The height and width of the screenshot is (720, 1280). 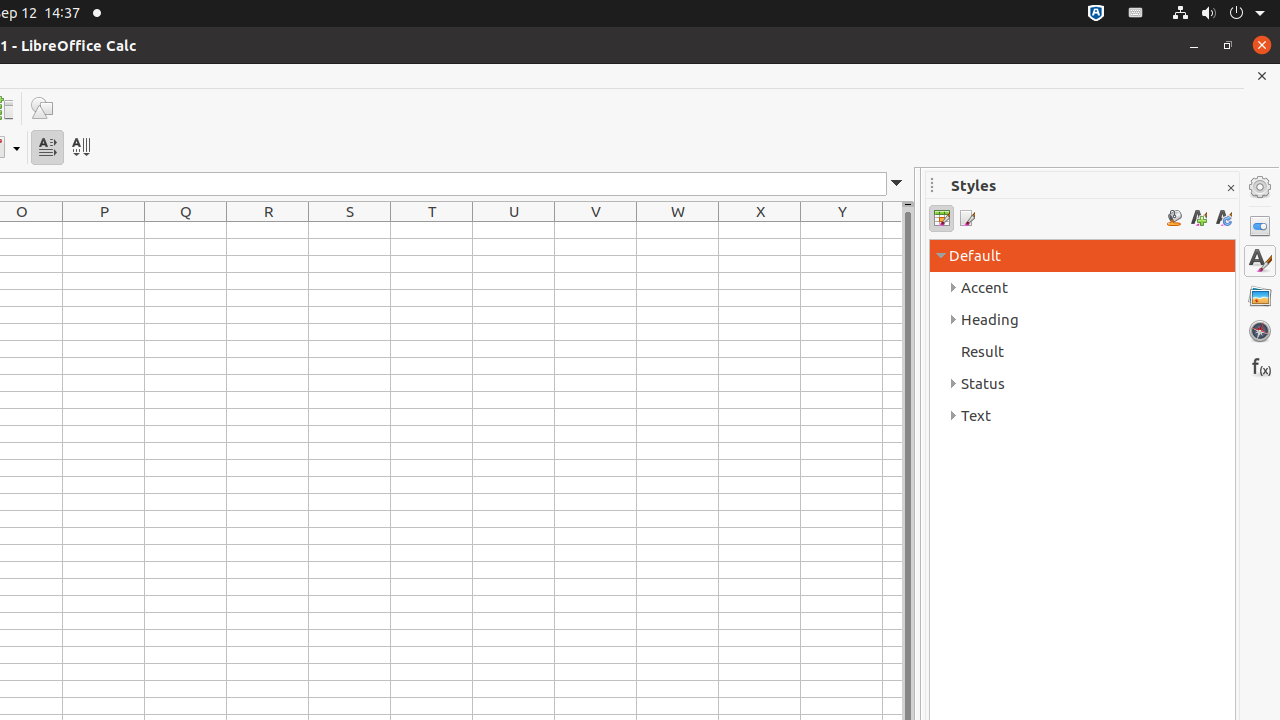 I want to click on 'V1', so click(x=594, y=229).